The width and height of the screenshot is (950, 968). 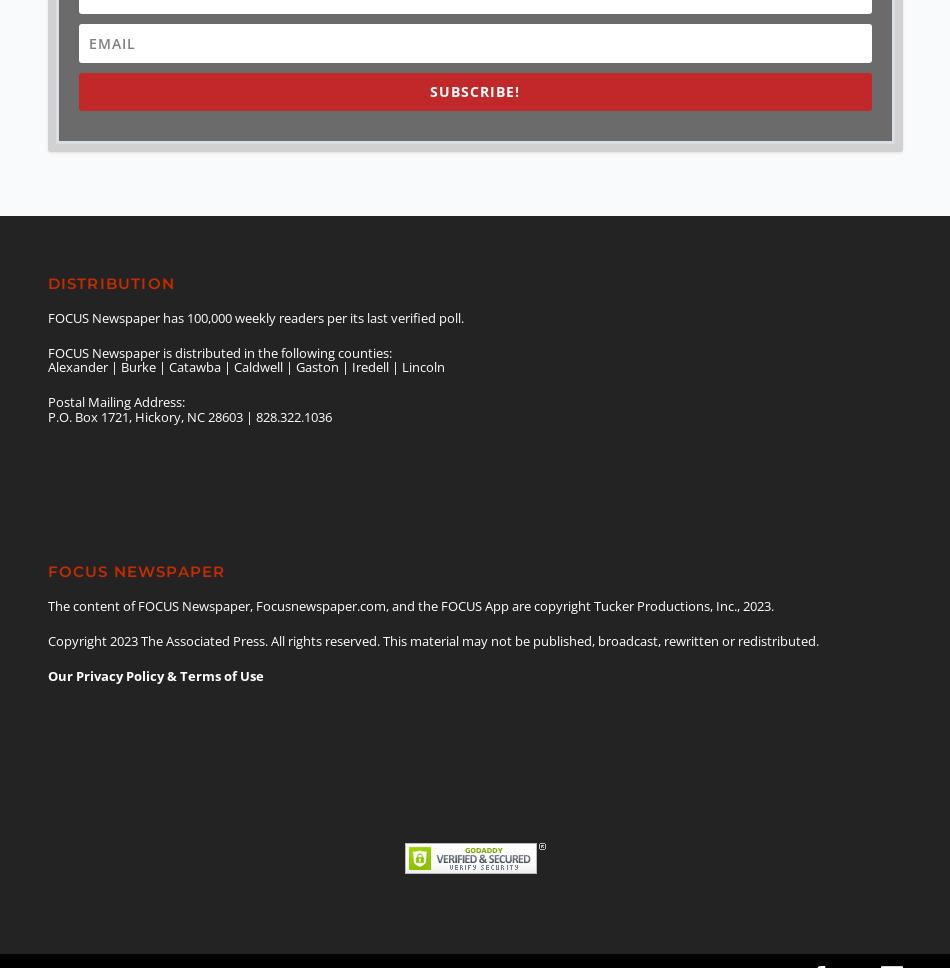 What do you see at coordinates (409, 605) in the screenshot?
I see `'The content of FOCUS Newspaper, Focusnewspaper.com, and the FOCUS App are copyright Tucker Productions, Inc., 2023.'` at bounding box center [409, 605].